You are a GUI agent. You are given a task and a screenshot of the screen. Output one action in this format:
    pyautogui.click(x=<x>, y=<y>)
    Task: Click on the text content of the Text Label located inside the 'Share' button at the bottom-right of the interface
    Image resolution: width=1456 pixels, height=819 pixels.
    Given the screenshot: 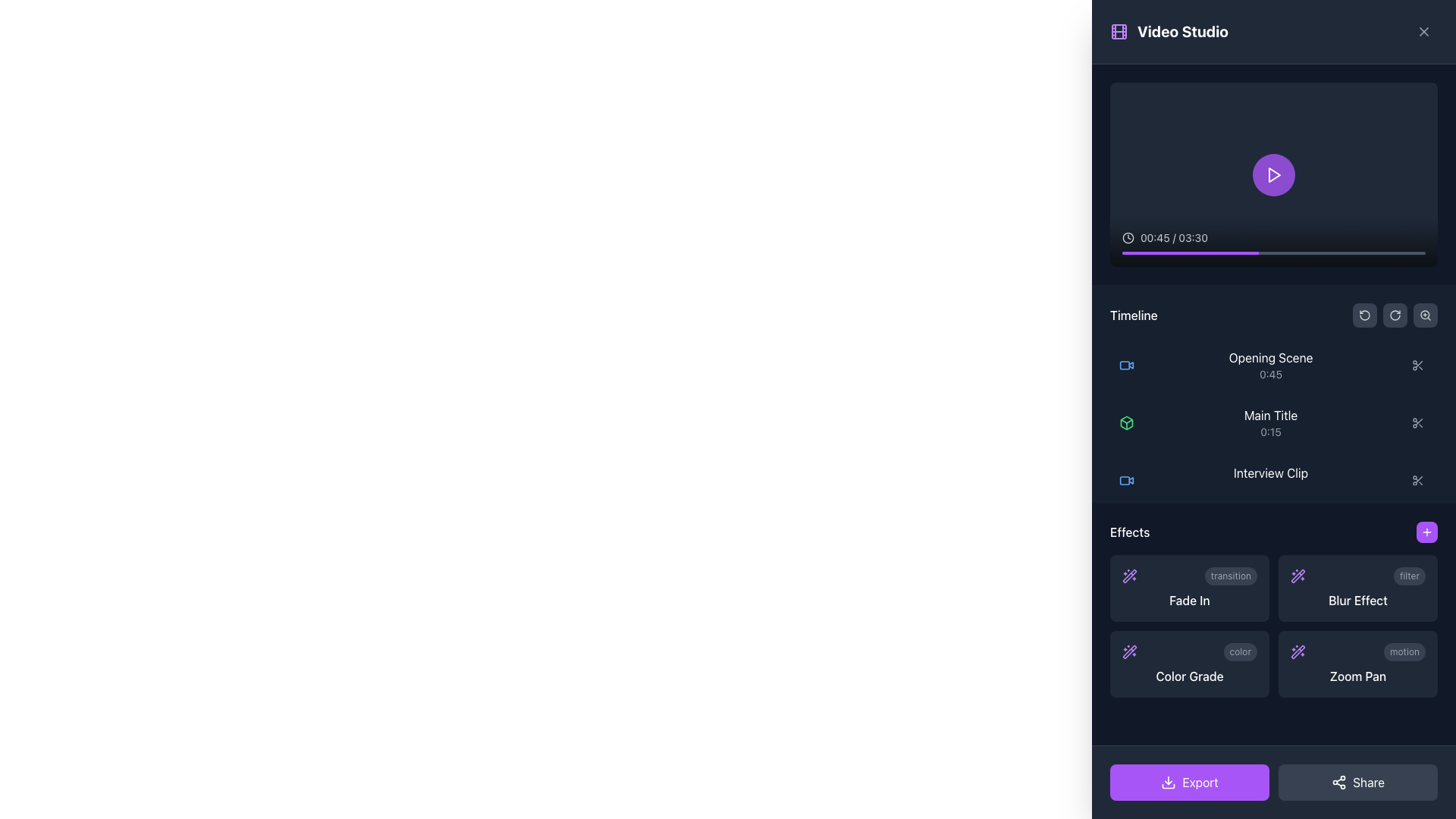 What is the action you would take?
    pyautogui.click(x=1368, y=783)
    